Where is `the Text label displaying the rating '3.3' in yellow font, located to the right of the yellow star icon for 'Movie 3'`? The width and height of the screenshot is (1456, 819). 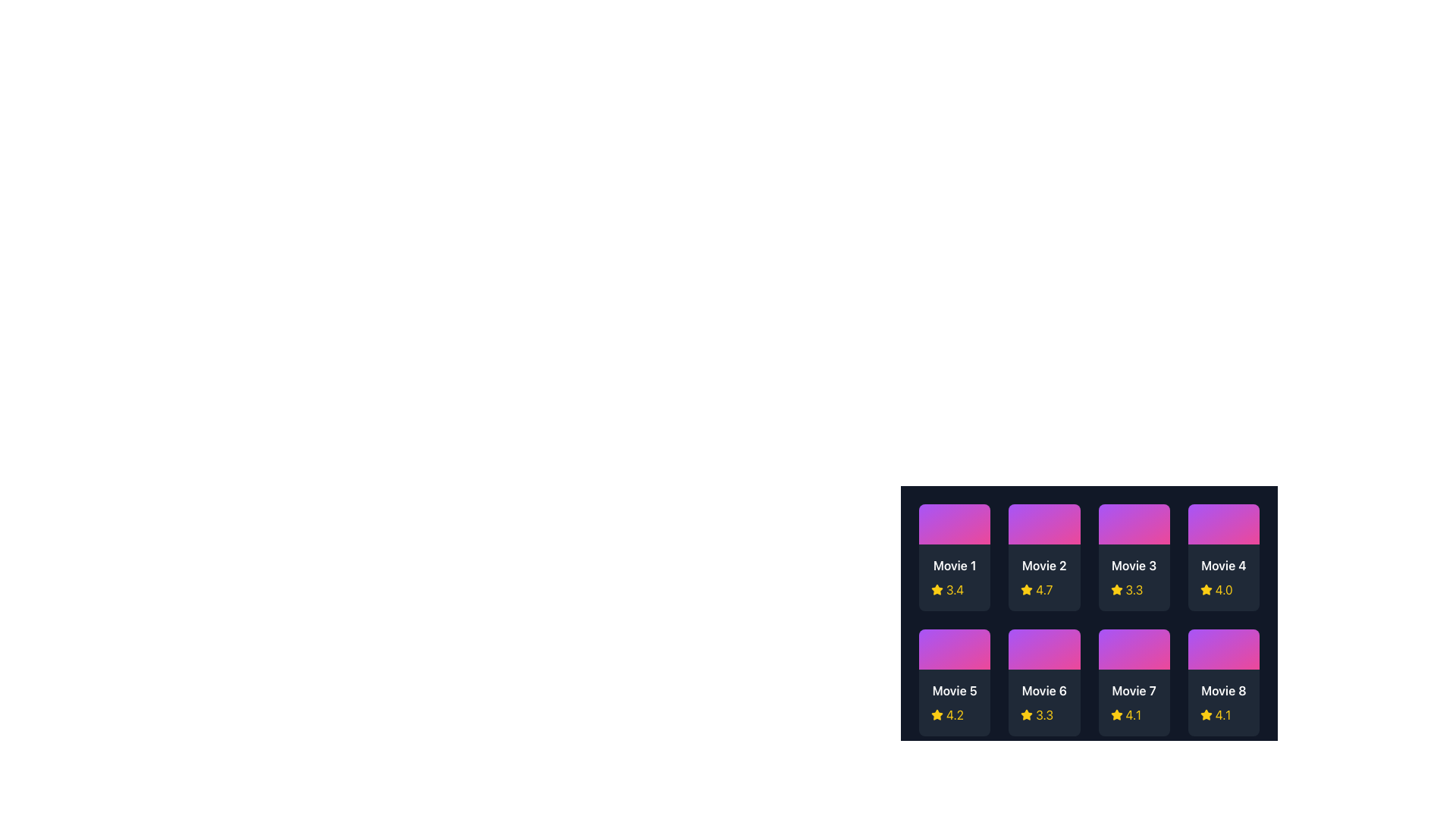
the Text label displaying the rating '3.3' in yellow font, located to the right of the yellow star icon for 'Movie 3' is located at coordinates (1134, 589).